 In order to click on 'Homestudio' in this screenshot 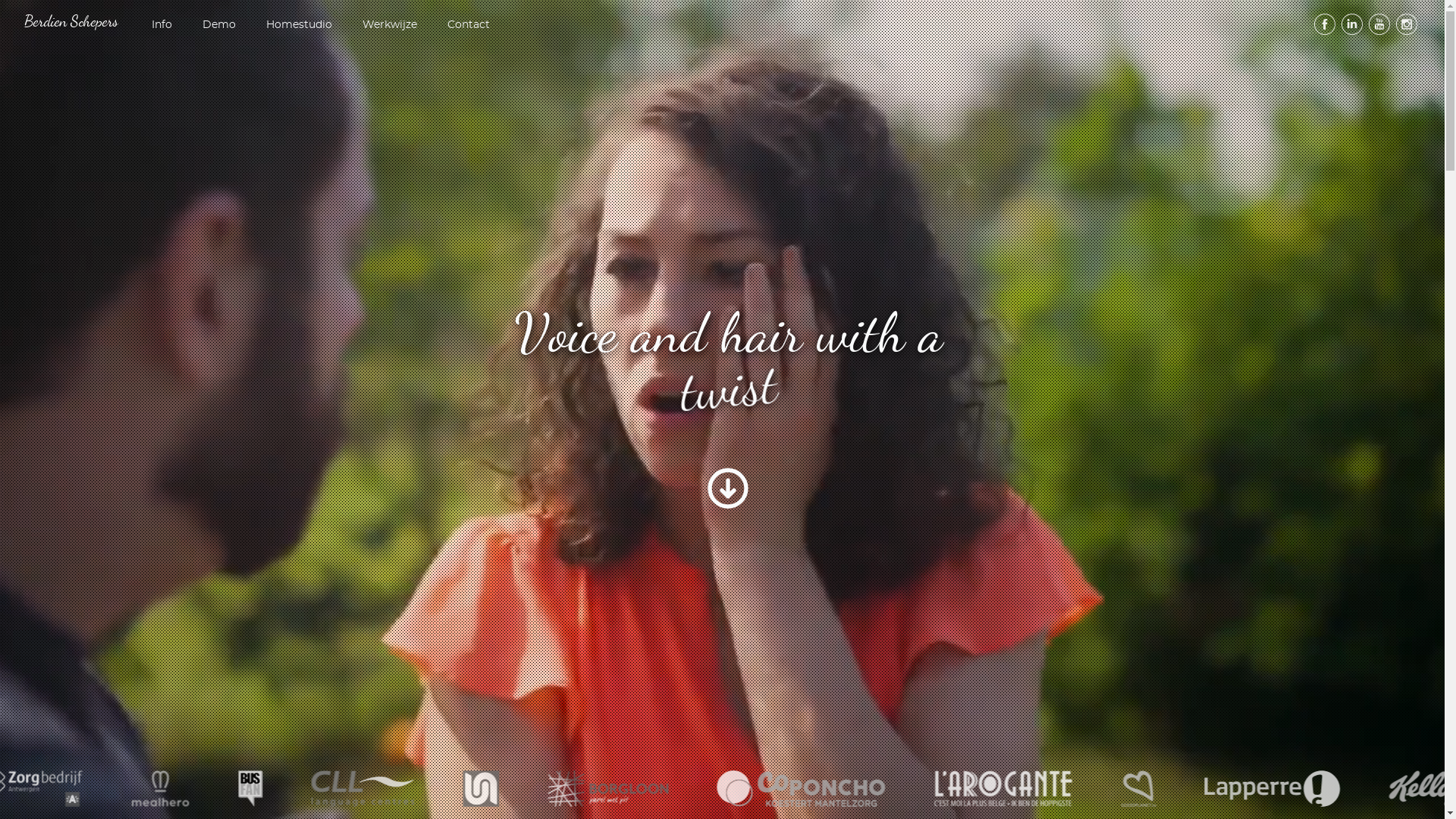, I will do `click(299, 24)`.